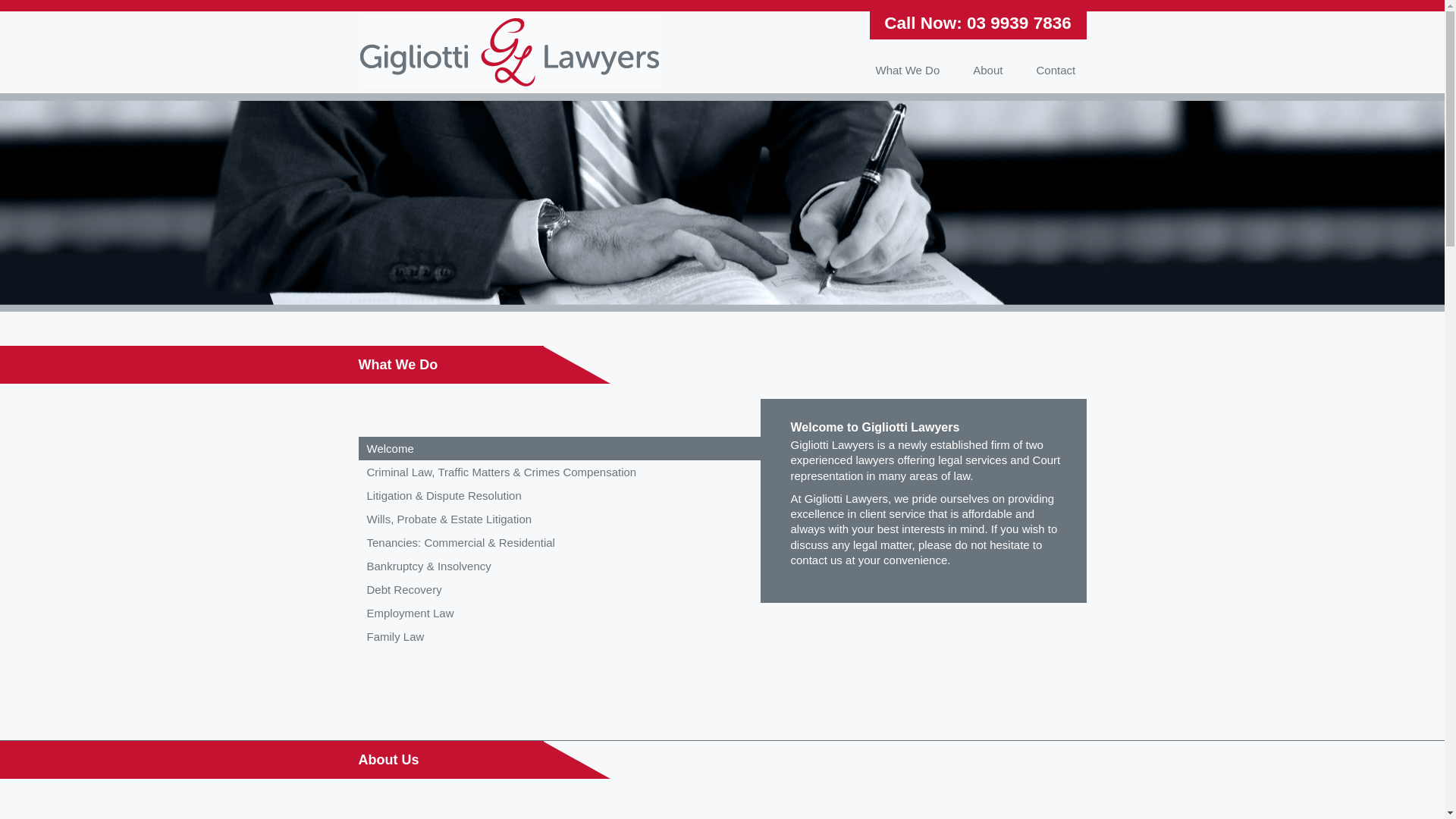  Describe the element at coordinates (1055, 70) in the screenshot. I see `'Contact'` at that location.